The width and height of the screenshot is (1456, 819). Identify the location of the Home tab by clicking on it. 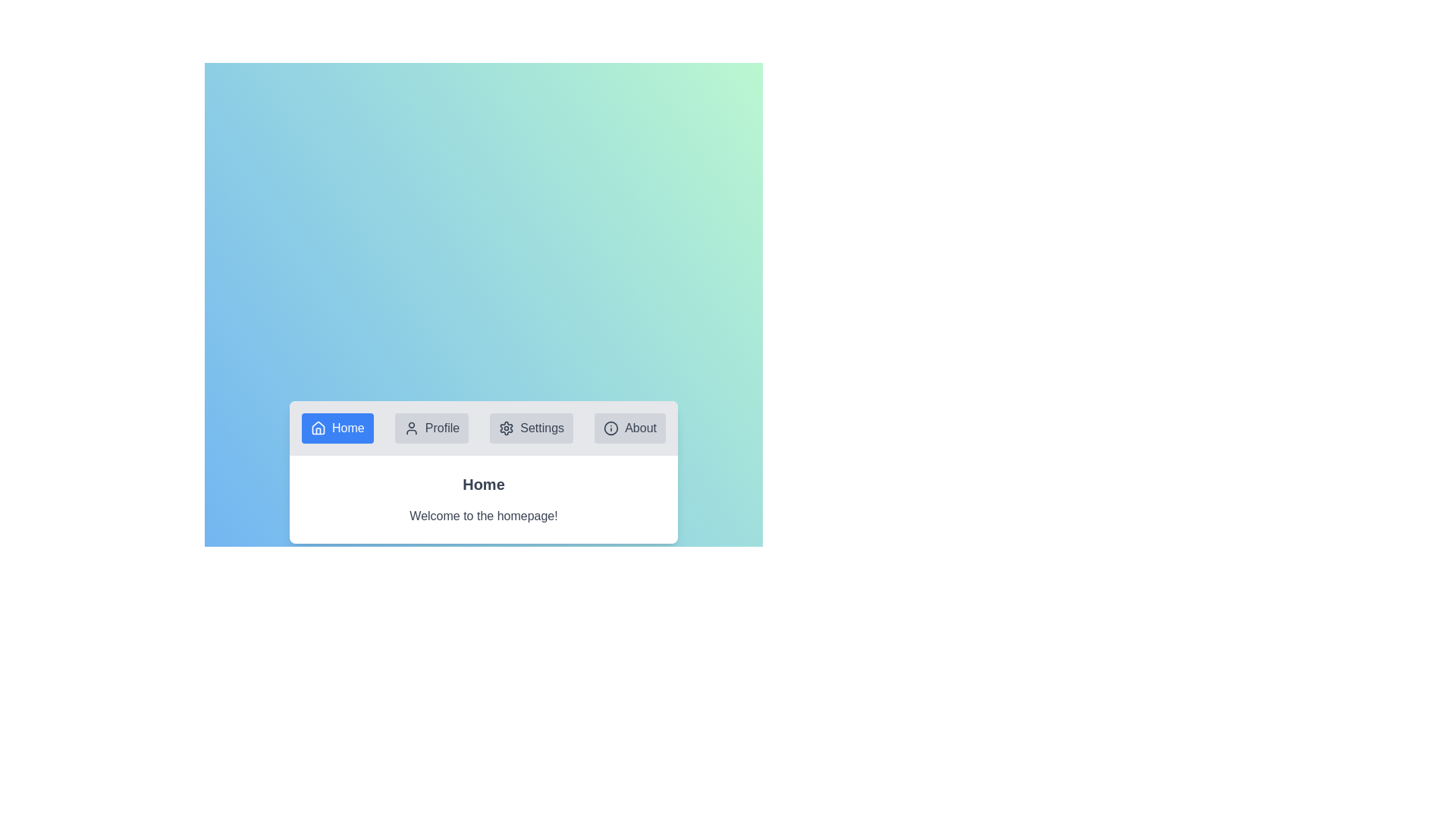
(337, 428).